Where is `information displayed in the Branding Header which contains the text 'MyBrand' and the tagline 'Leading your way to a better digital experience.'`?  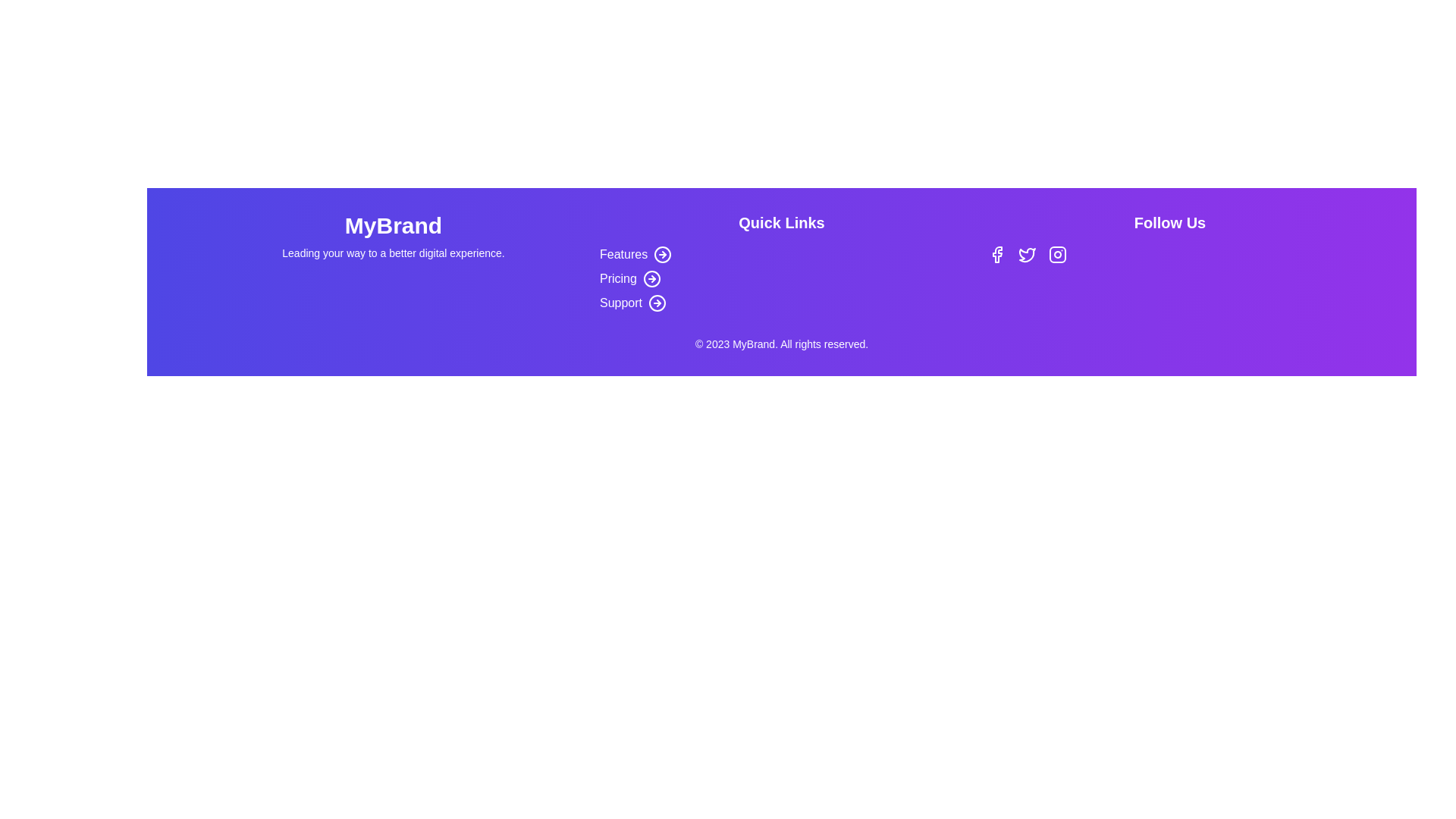
information displayed in the Branding Header which contains the text 'MyBrand' and the tagline 'Leading your way to a better digital experience.' is located at coordinates (393, 262).